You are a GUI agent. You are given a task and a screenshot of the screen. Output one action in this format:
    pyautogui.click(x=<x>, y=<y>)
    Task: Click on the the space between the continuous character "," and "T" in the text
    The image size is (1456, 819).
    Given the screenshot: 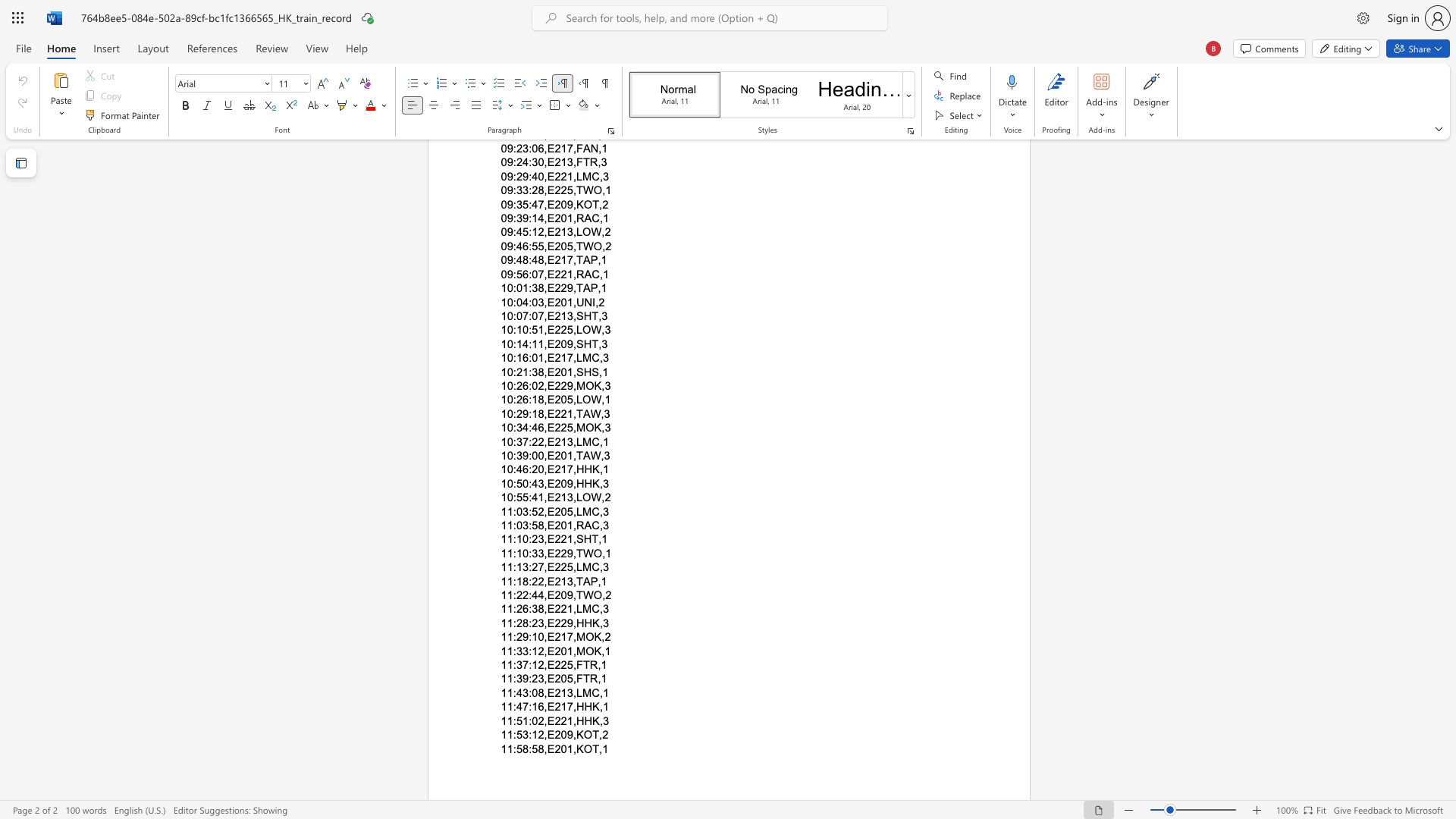 What is the action you would take?
    pyautogui.click(x=576, y=580)
    